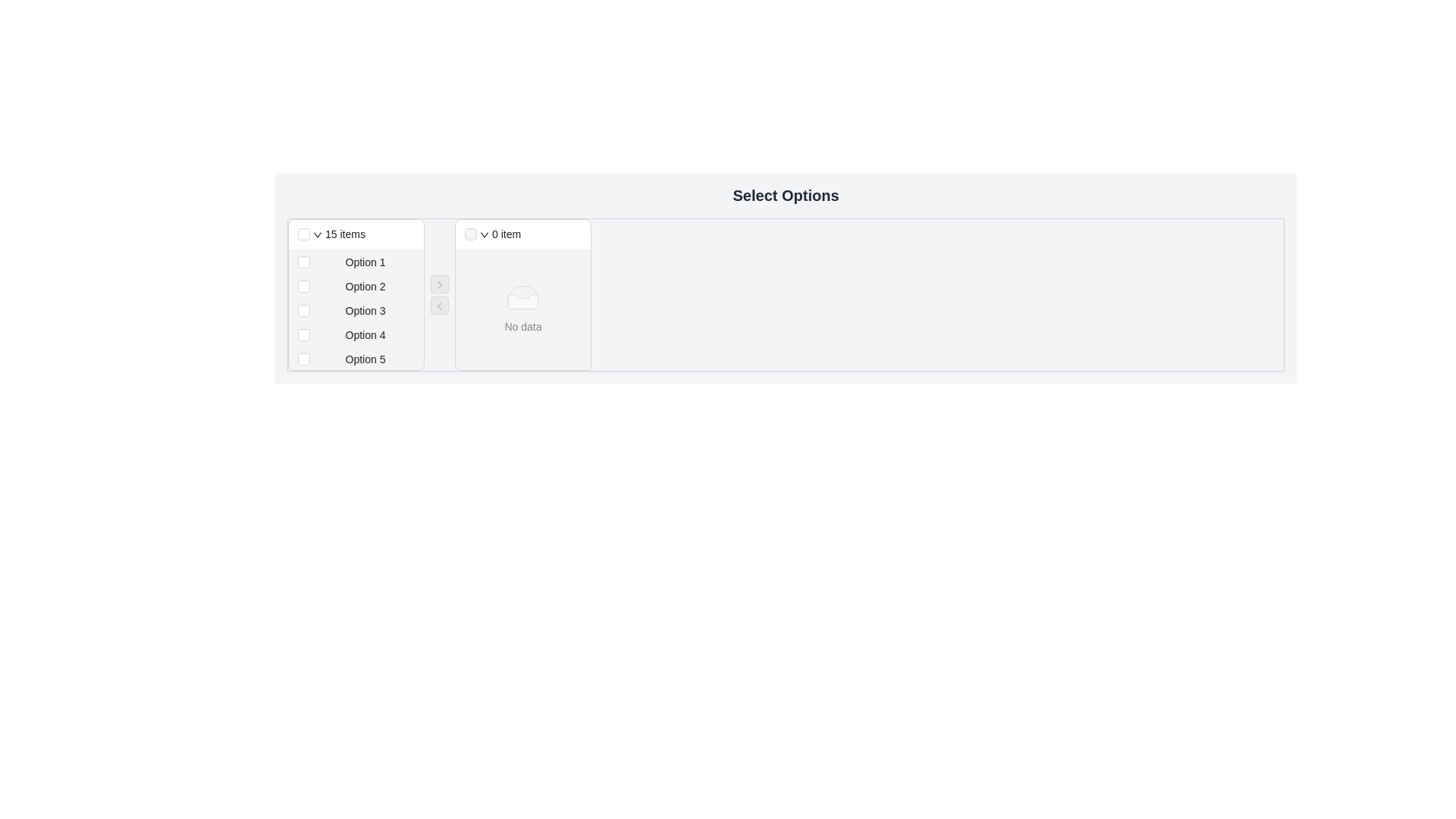 The height and width of the screenshot is (819, 1456). I want to click on the downward arrow-shaped dropdown trigger icon located in the header area of the right-side list section of the transfer component interface, so click(483, 234).